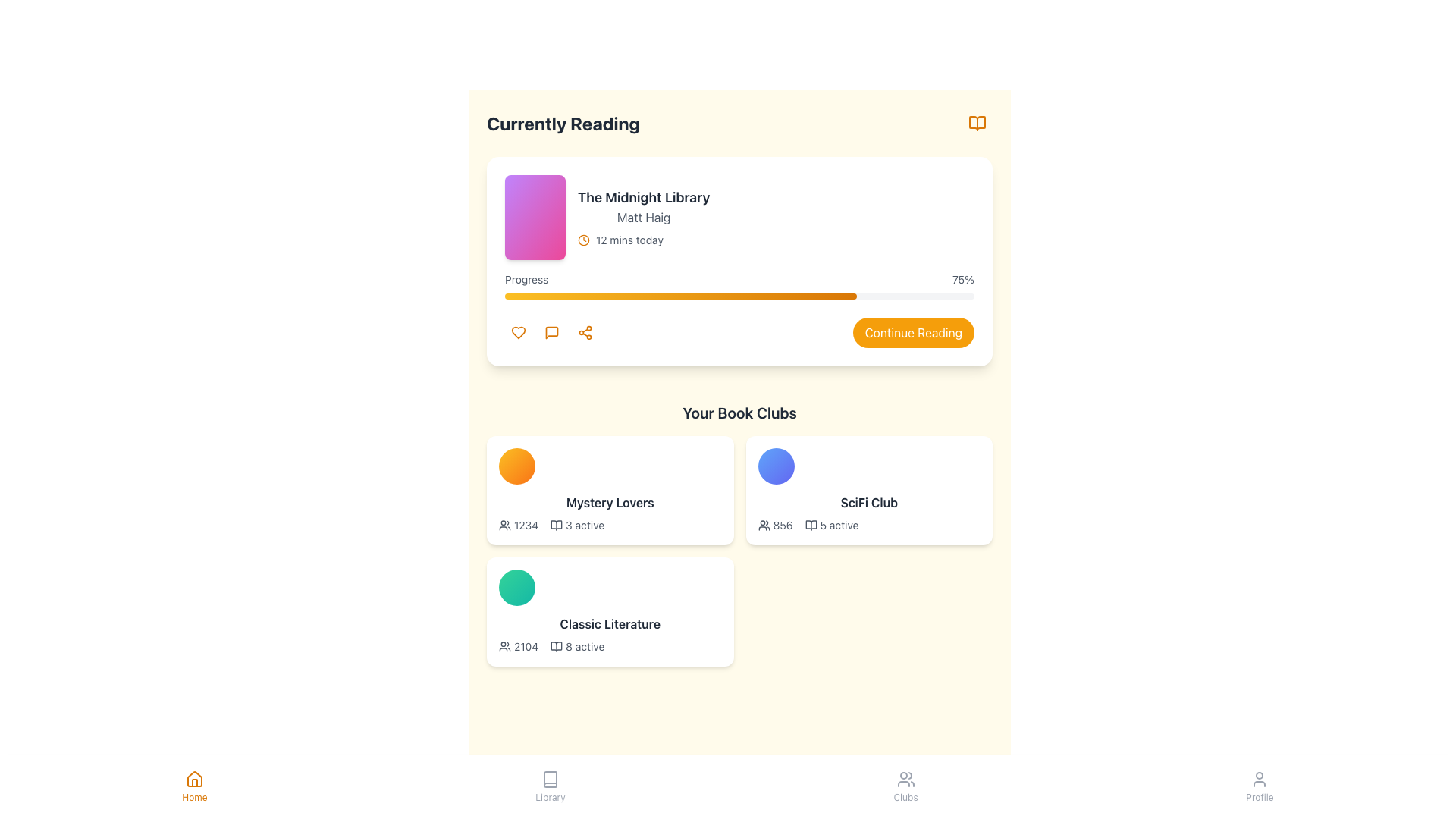 The height and width of the screenshot is (819, 1456). I want to click on the text displaying the number '856' with the accompanying icon of stylized people in the second card titled 'SciFi Club' within the 'Your Book Clubs' section for additional details, so click(775, 525).